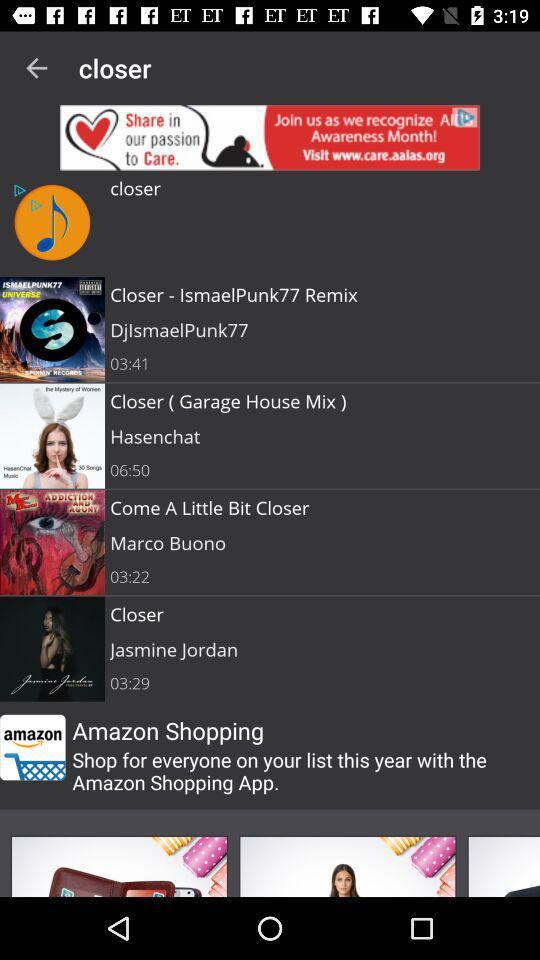 The height and width of the screenshot is (960, 540). Describe the element at coordinates (502, 865) in the screenshot. I see `image page` at that location.